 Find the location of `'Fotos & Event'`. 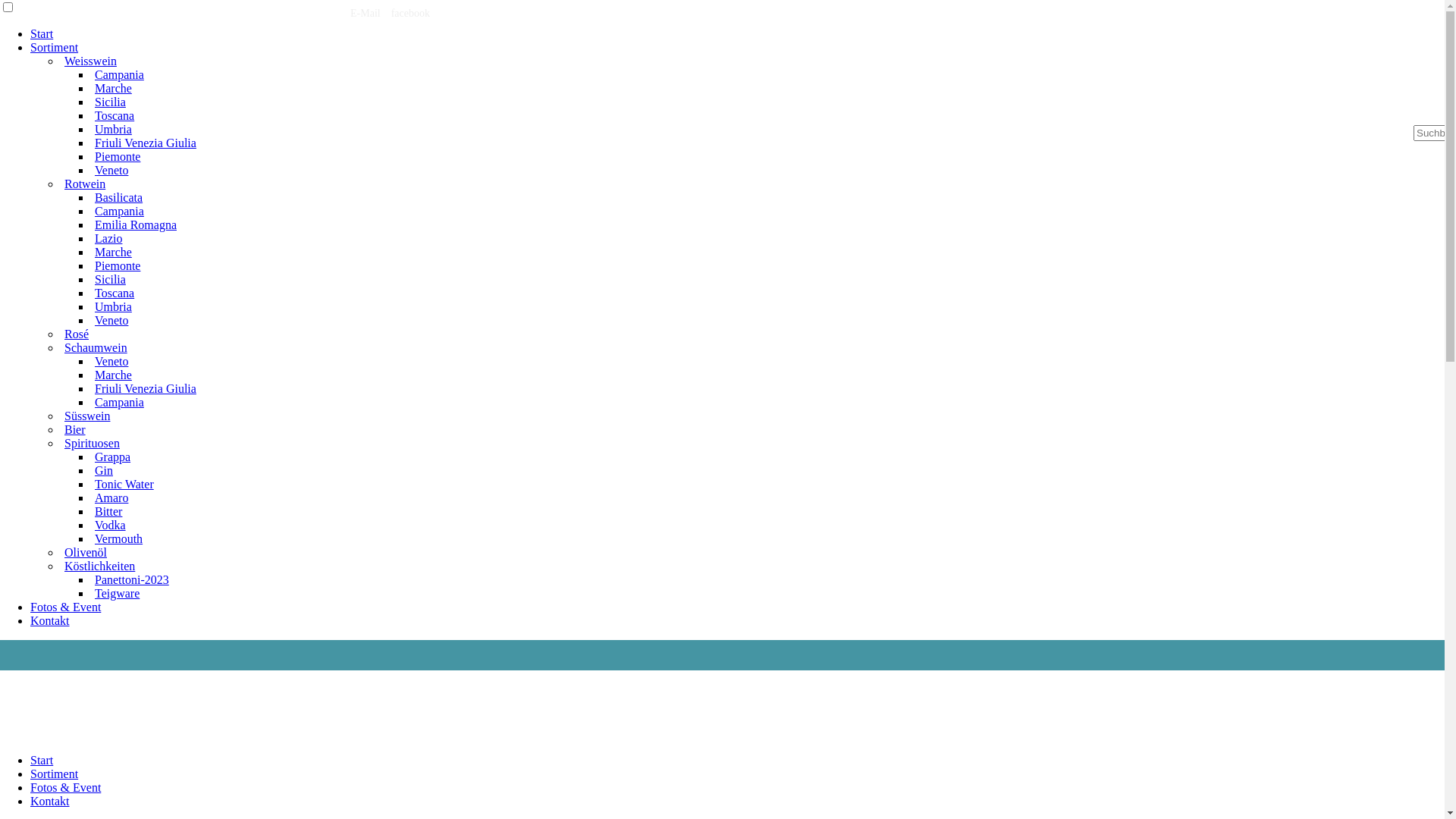

'Fotos & Event' is located at coordinates (30, 786).